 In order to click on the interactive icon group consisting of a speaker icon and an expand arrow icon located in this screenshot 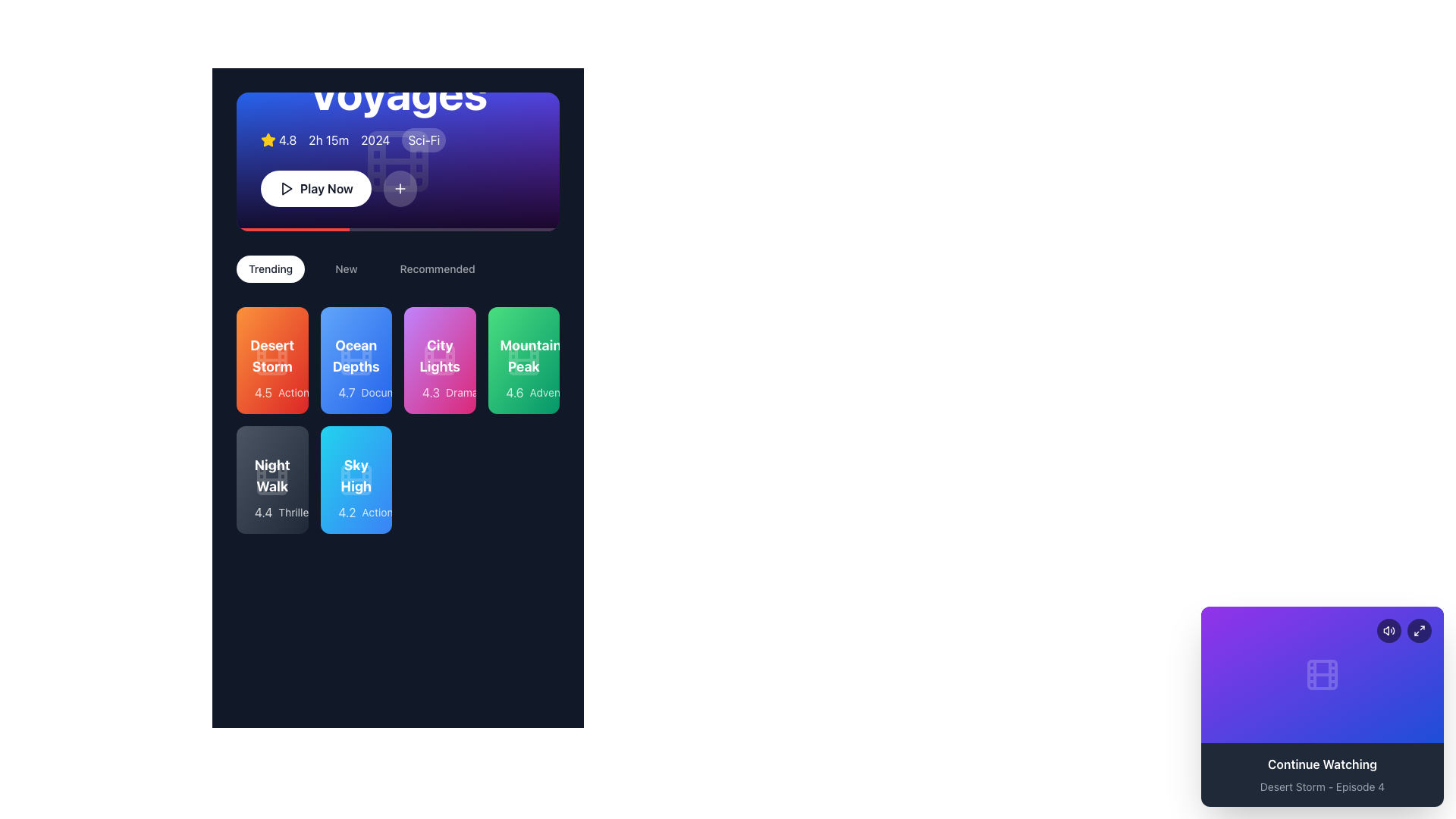, I will do `click(1404, 631)`.